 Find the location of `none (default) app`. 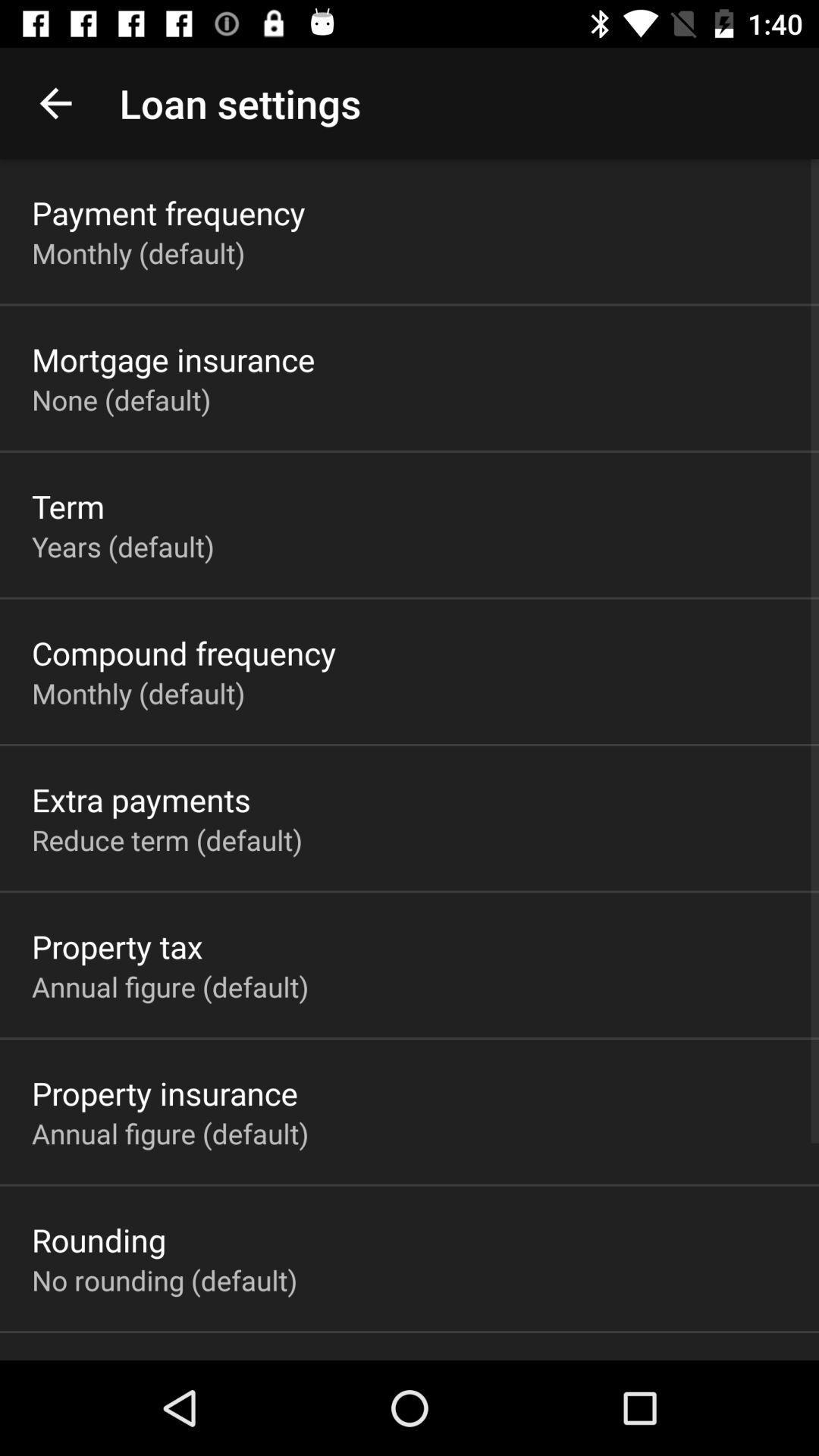

none (default) app is located at coordinates (121, 400).